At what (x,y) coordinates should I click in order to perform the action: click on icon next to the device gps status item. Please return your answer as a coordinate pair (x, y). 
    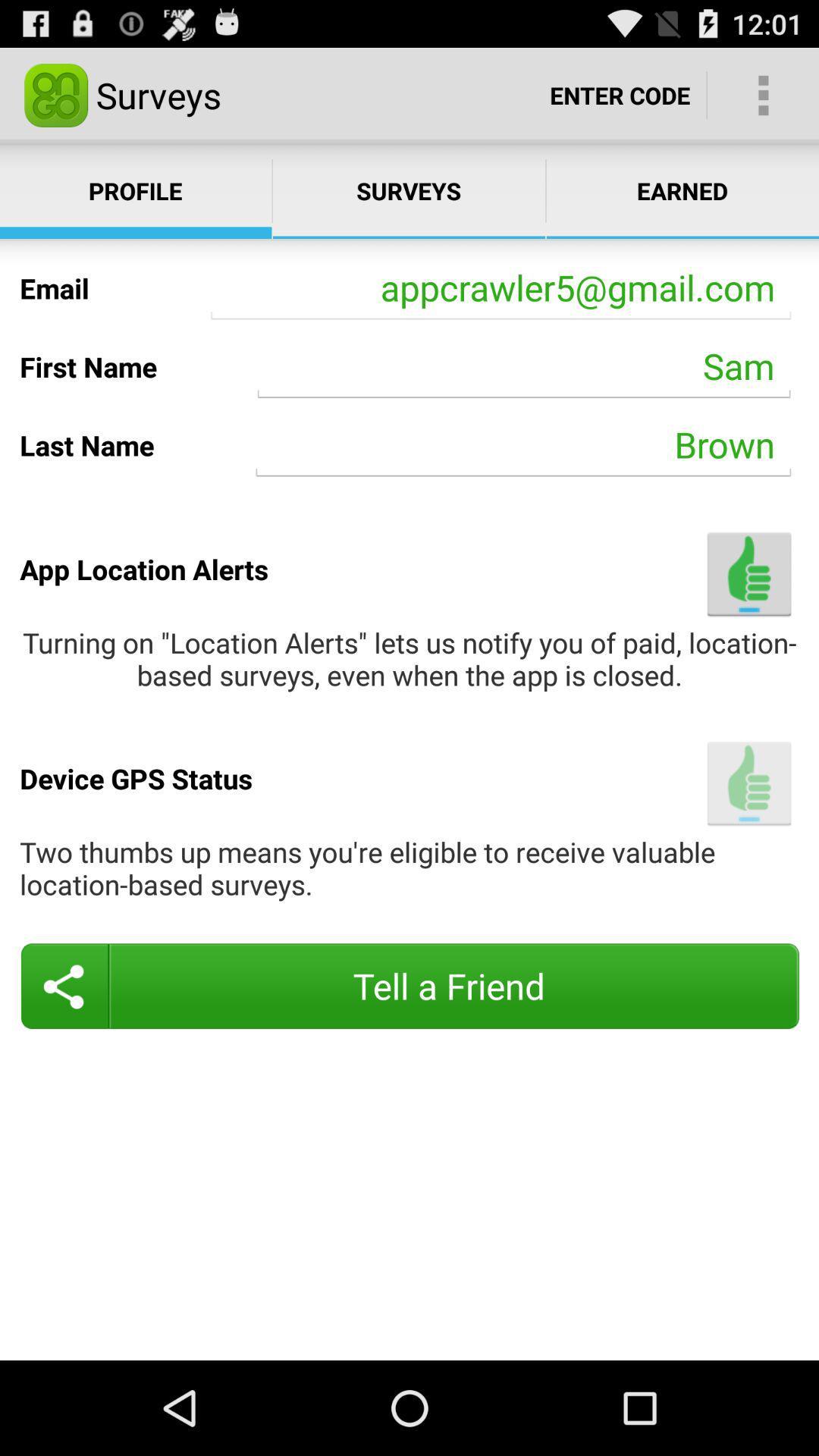
    Looking at the image, I should click on (748, 783).